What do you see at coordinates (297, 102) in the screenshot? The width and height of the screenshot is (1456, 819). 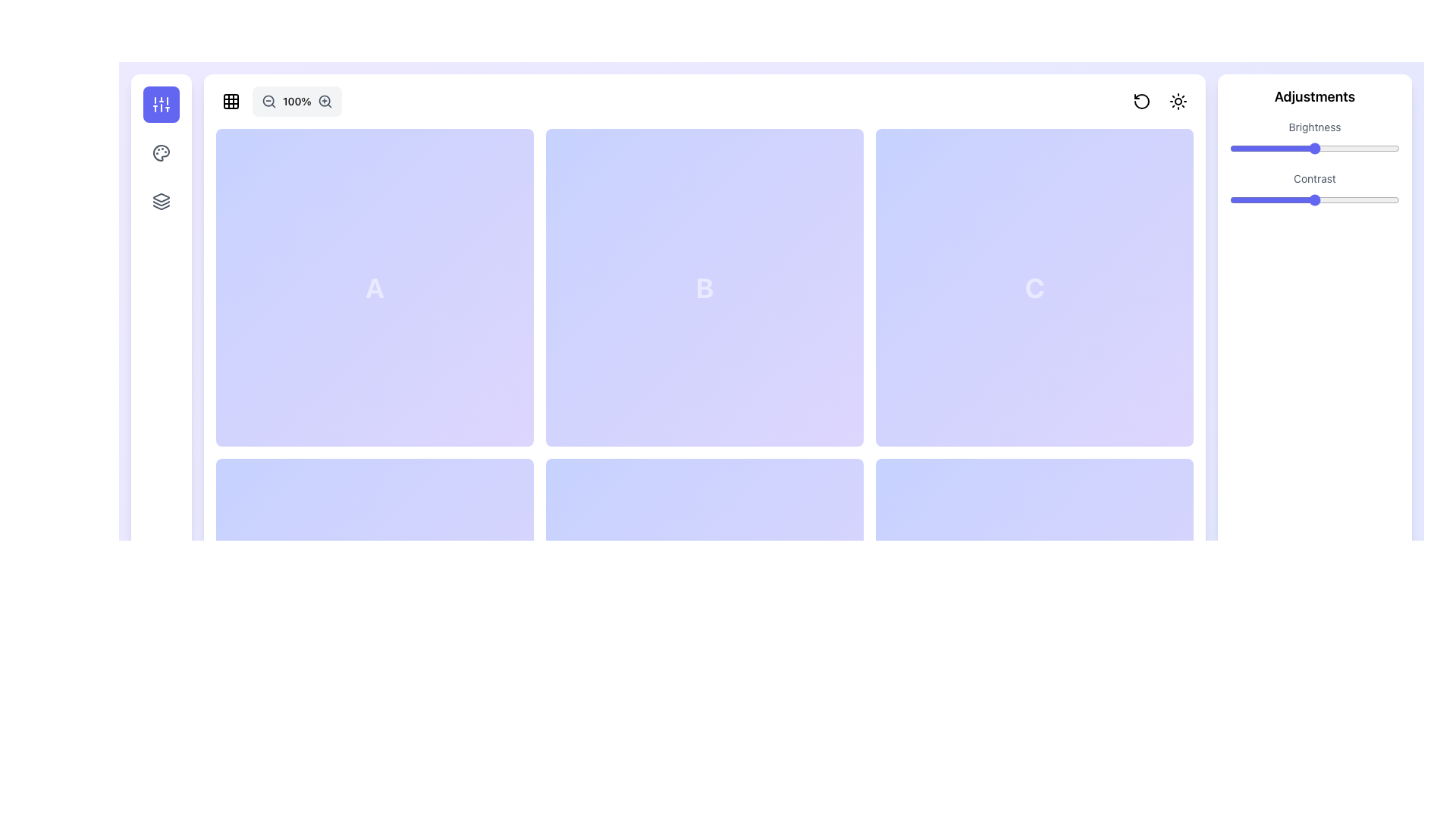 I see `the text label that displays the percentage value indicating the zoom or scaling level, located in the toolbar near the top-center of the interface` at bounding box center [297, 102].